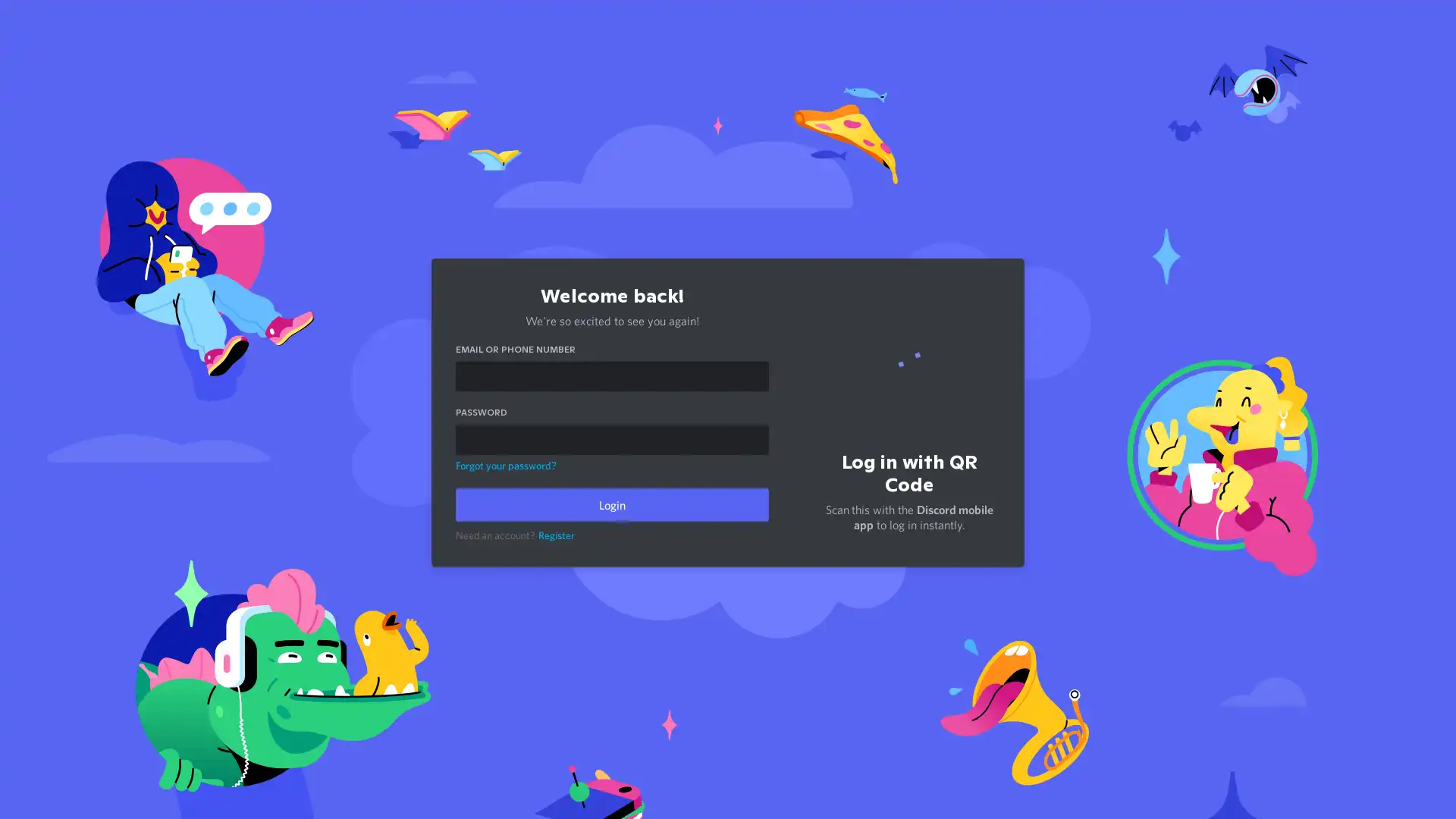  I want to click on Register, so click(555, 532).